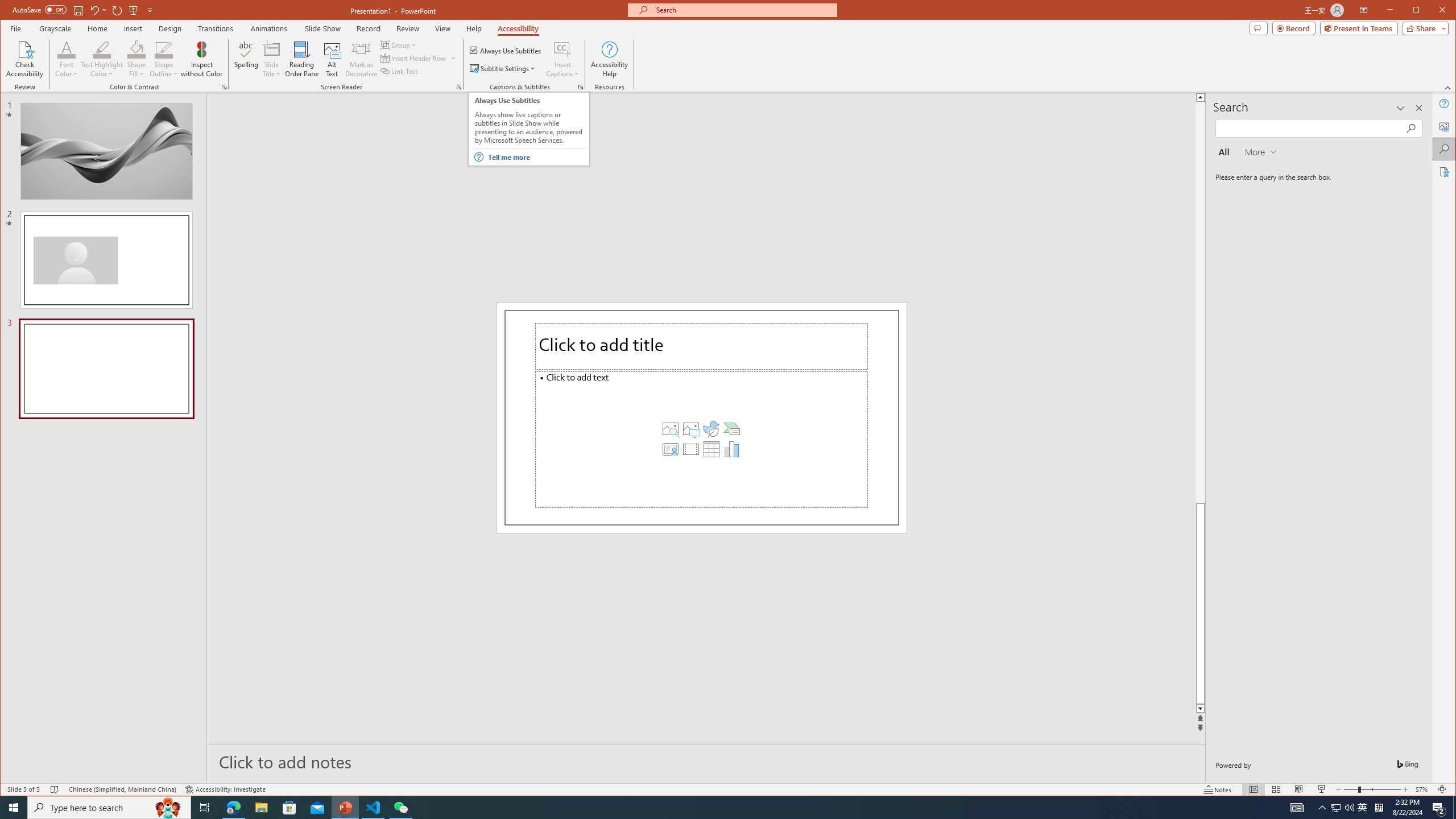 Image resolution: width=1456 pixels, height=819 pixels. What do you see at coordinates (413, 58) in the screenshot?
I see `'Insert Header Row'` at bounding box center [413, 58].